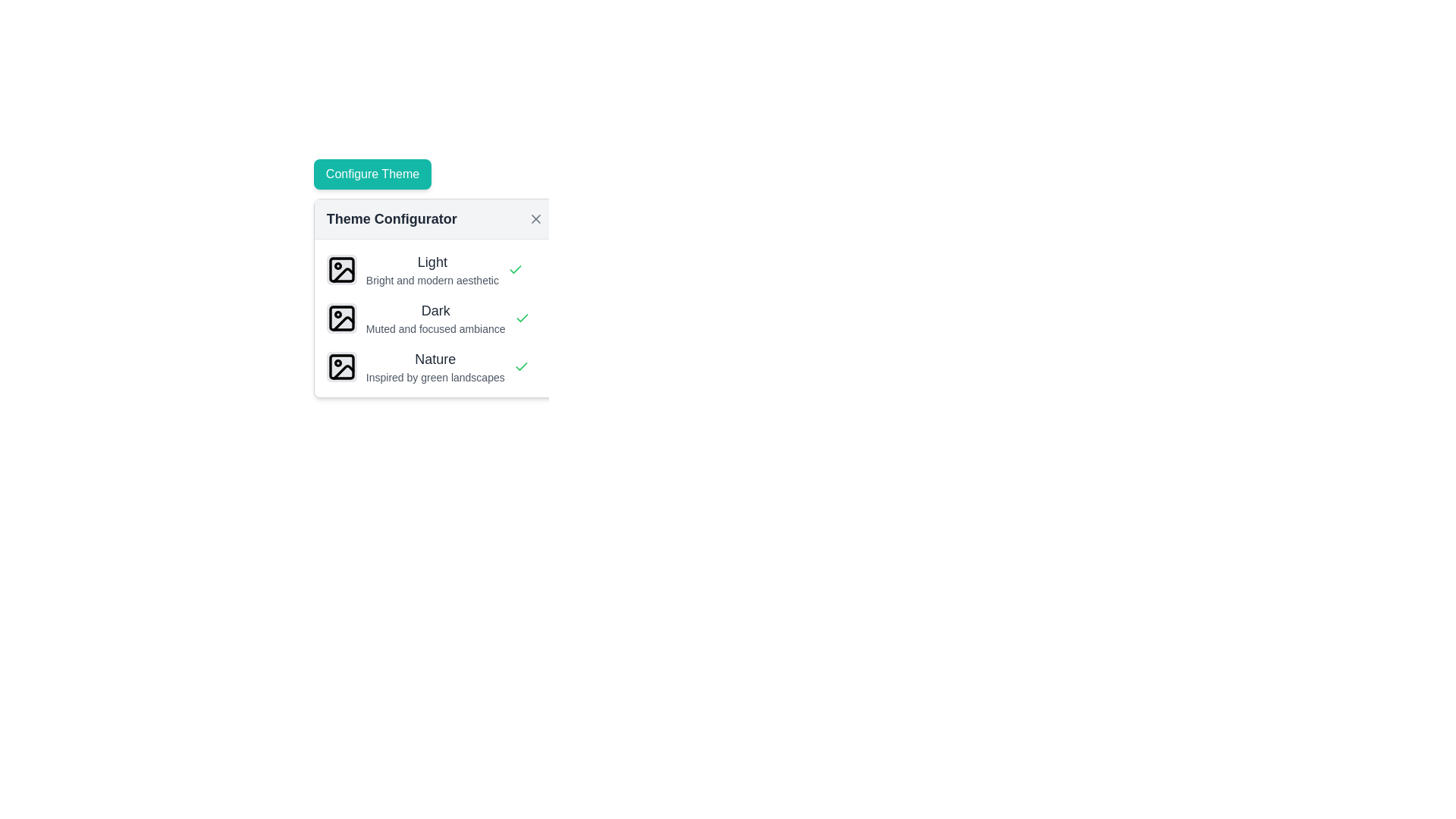 The width and height of the screenshot is (1456, 819). What do you see at coordinates (340, 268) in the screenshot?
I see `the 'Light' theme icon in the 'Theme Configurator' section, which visually represents the light theme option and is located next to the label text 'Light'` at bounding box center [340, 268].